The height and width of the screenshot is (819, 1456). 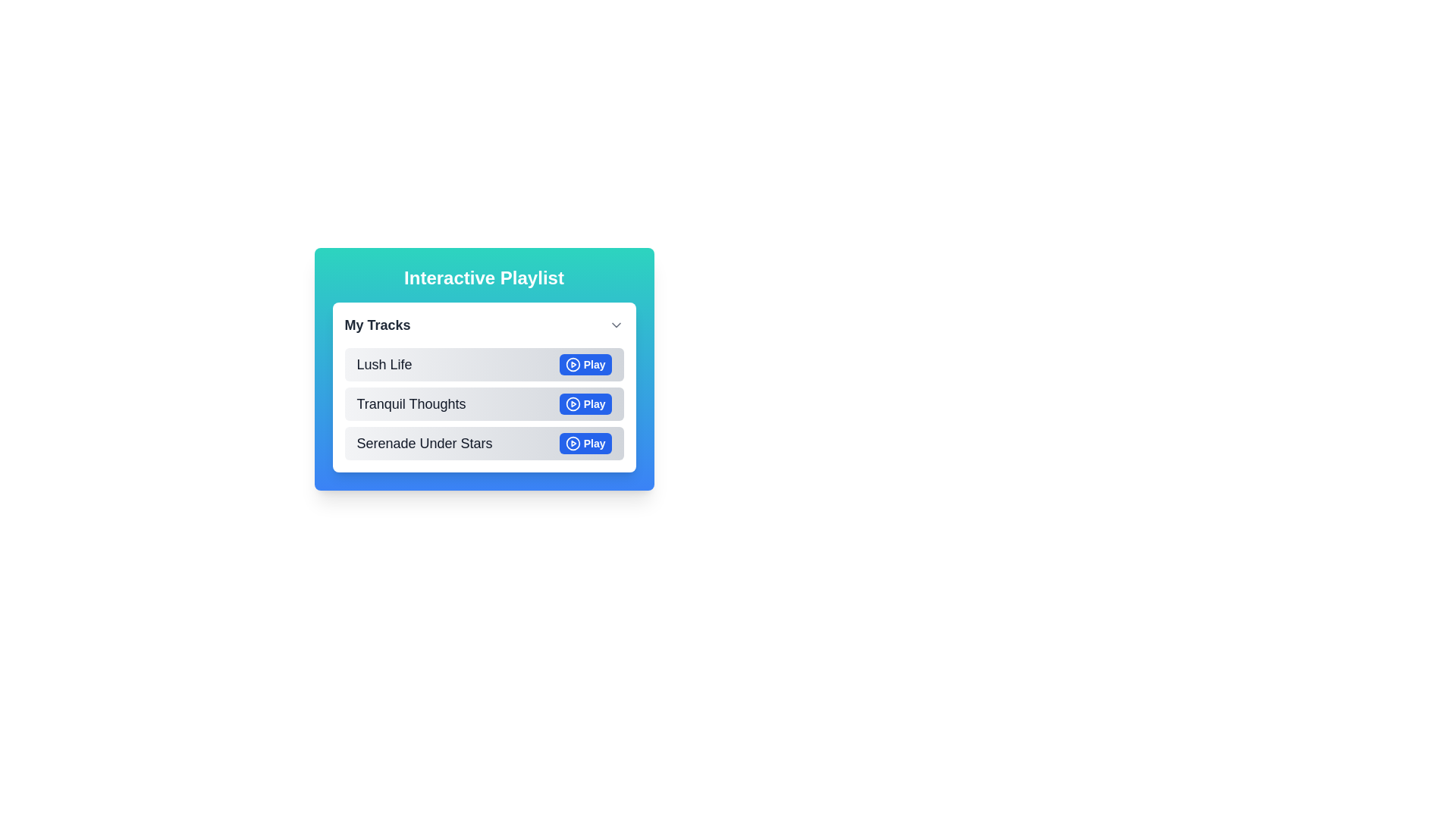 What do you see at coordinates (483, 403) in the screenshot?
I see `the second track item 'Tranquil Thoughts' in the playlist` at bounding box center [483, 403].